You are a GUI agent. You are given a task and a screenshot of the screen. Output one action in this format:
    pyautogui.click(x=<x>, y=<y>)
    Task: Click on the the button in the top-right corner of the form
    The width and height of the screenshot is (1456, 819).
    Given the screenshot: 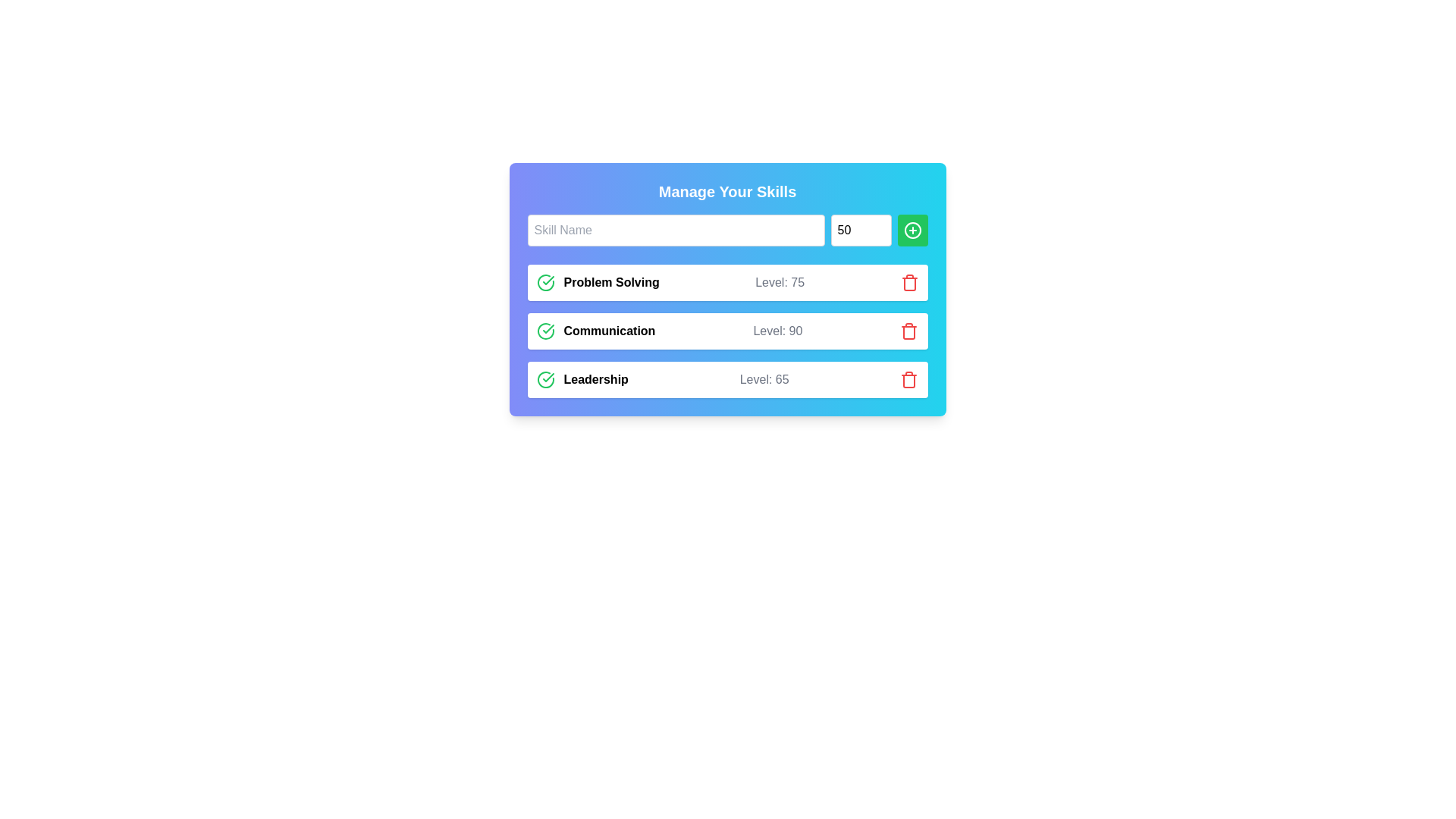 What is the action you would take?
    pyautogui.click(x=912, y=231)
    